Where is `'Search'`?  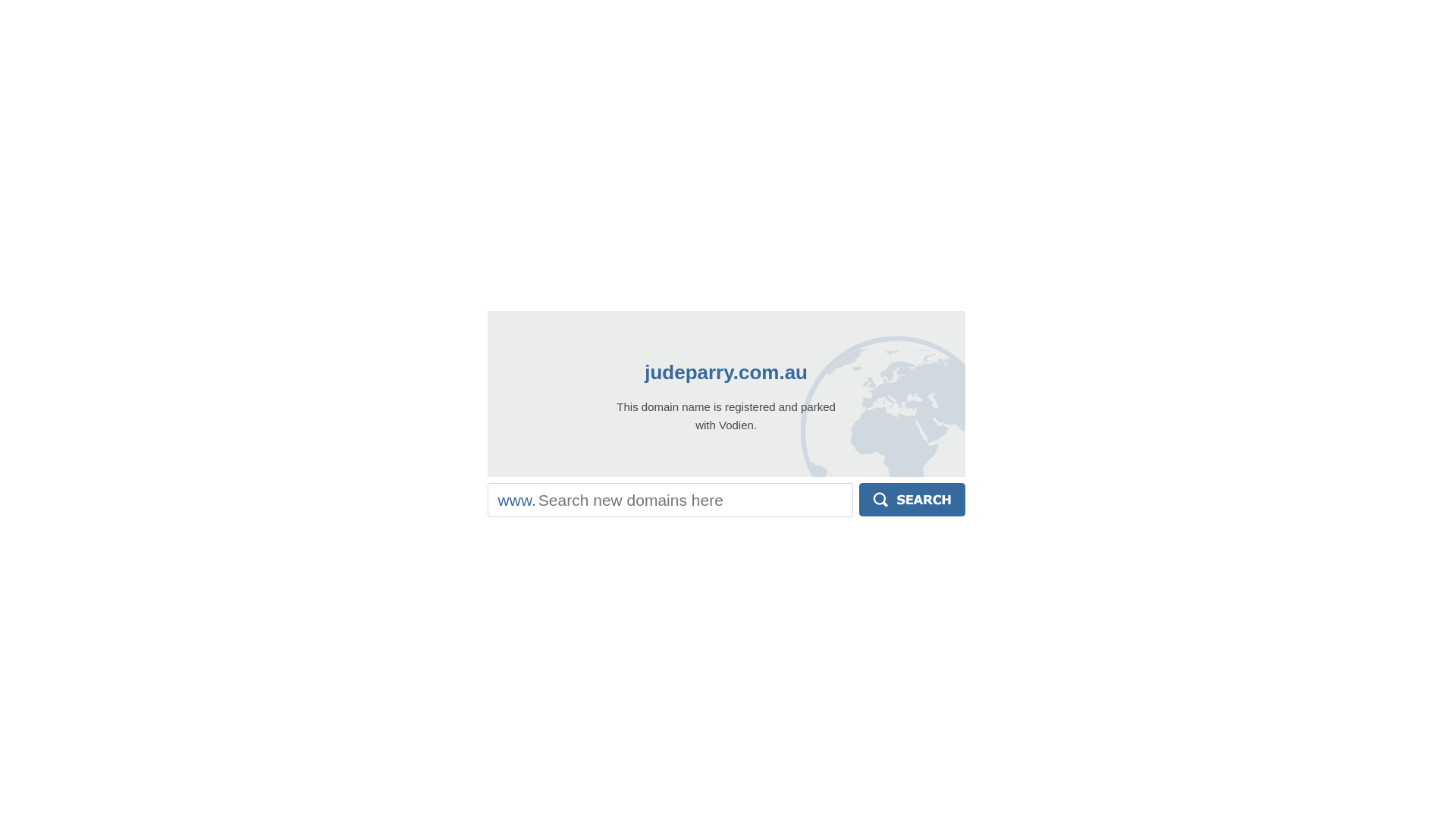
'Search' is located at coordinates (912, 500).